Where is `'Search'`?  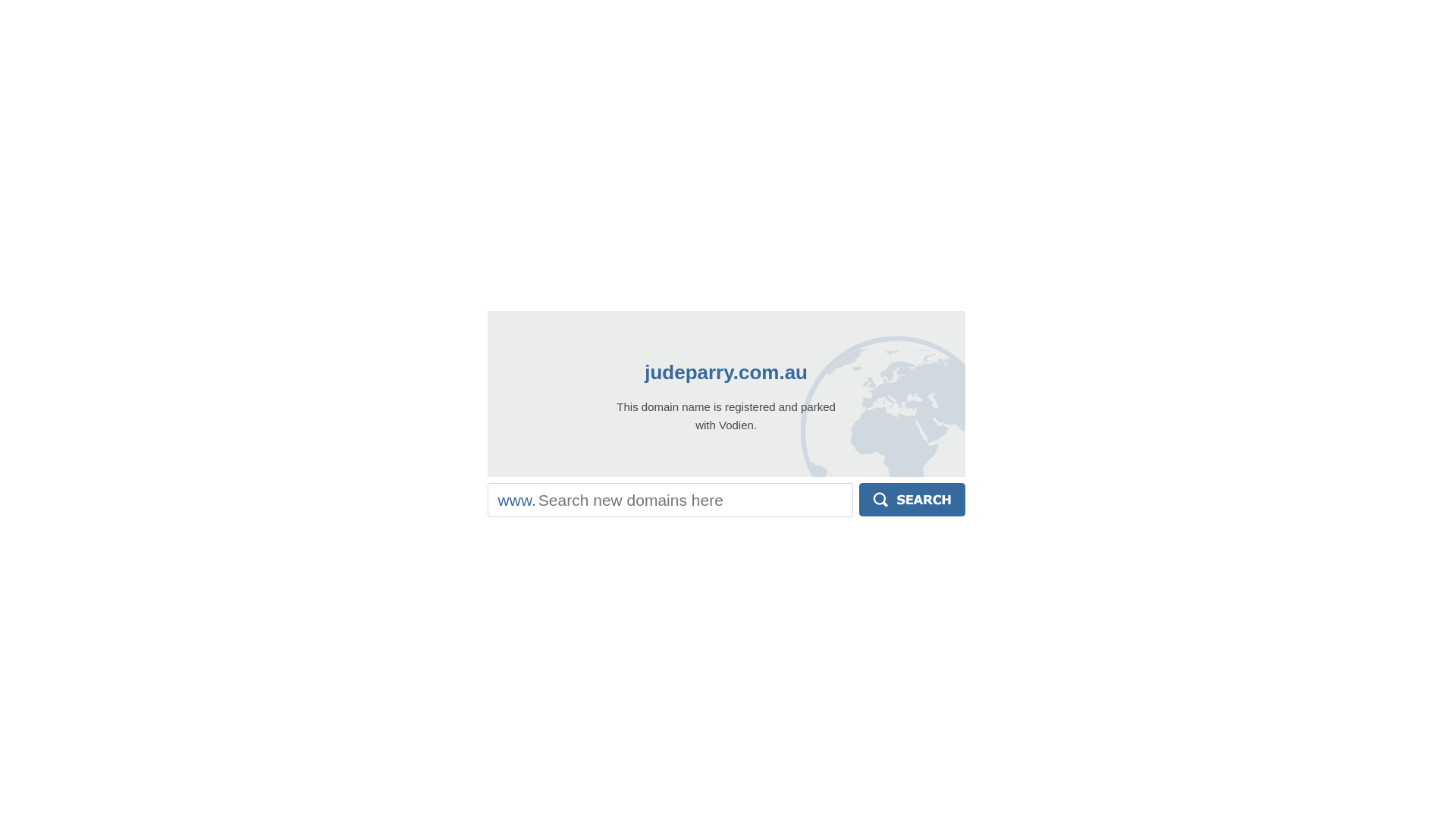
'Search' is located at coordinates (912, 500).